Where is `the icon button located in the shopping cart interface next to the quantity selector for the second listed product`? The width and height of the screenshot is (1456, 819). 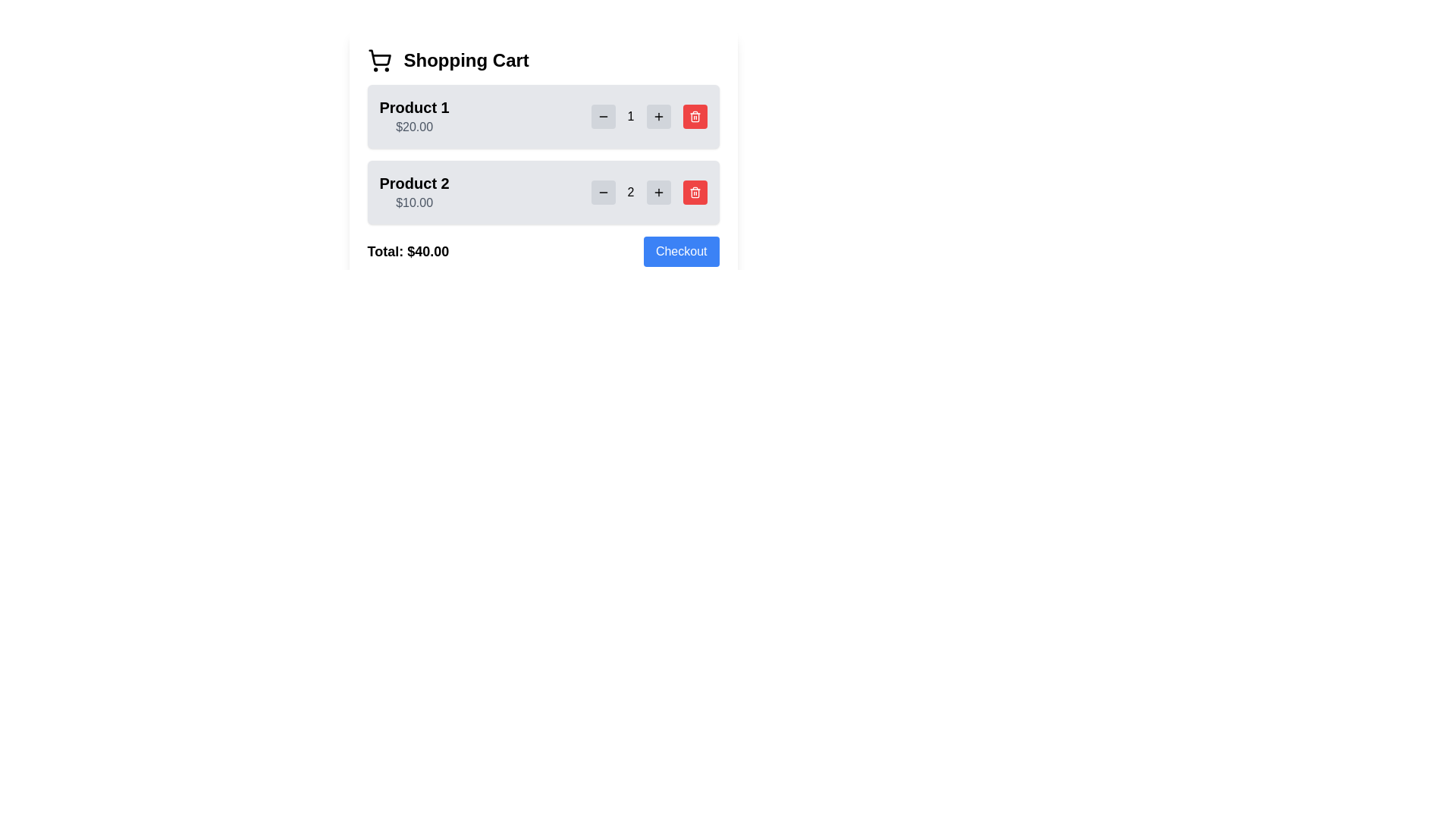
the icon button located in the shopping cart interface next to the quantity selector for the second listed product is located at coordinates (694, 116).